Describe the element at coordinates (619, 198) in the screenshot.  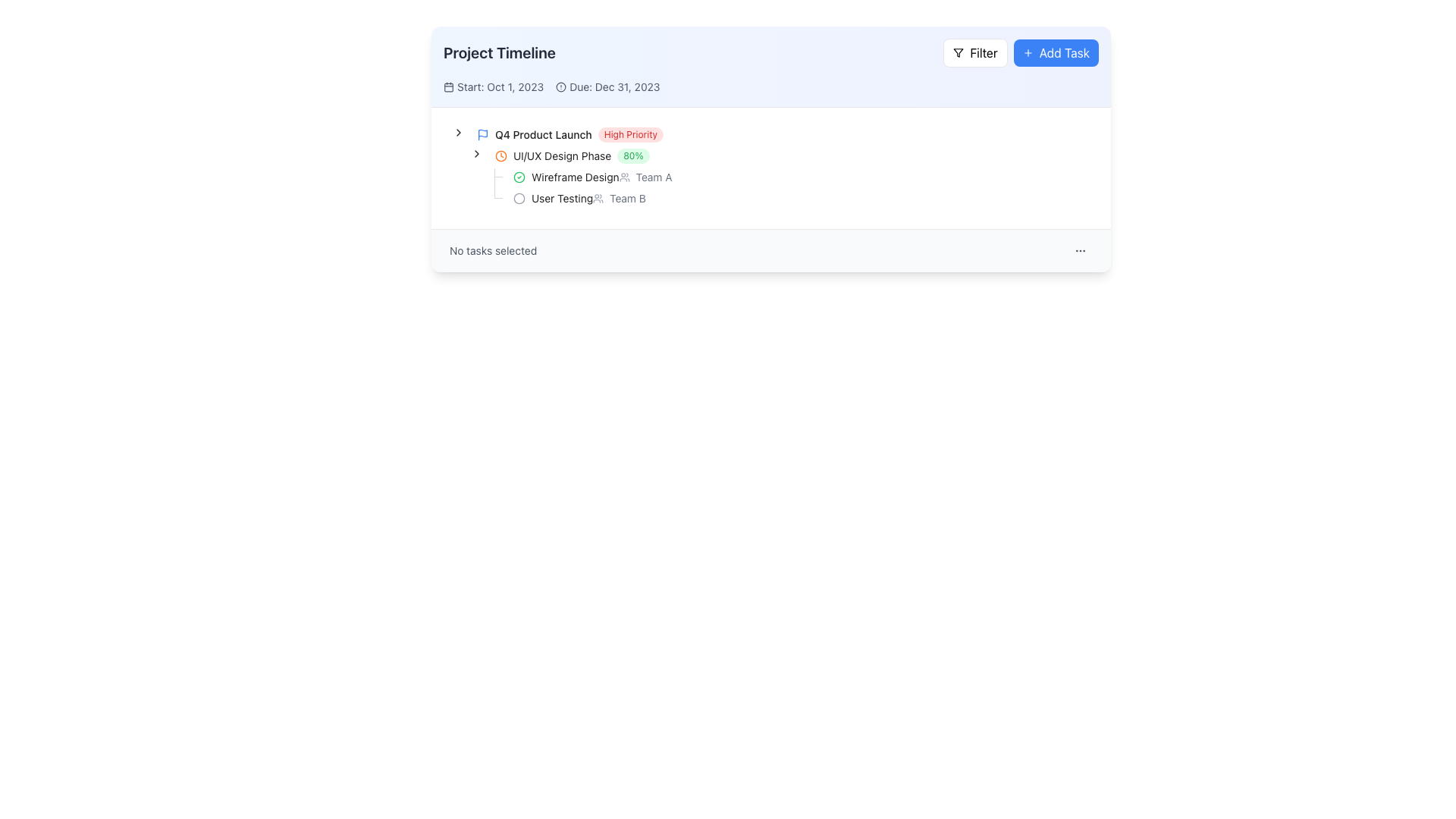
I see `text label 'Team B' which is displayed in a serif font with a gray color scheme, positioned near the bottom of the 'UI/UX Design Phase' section, following the 'User Testing' label` at that location.